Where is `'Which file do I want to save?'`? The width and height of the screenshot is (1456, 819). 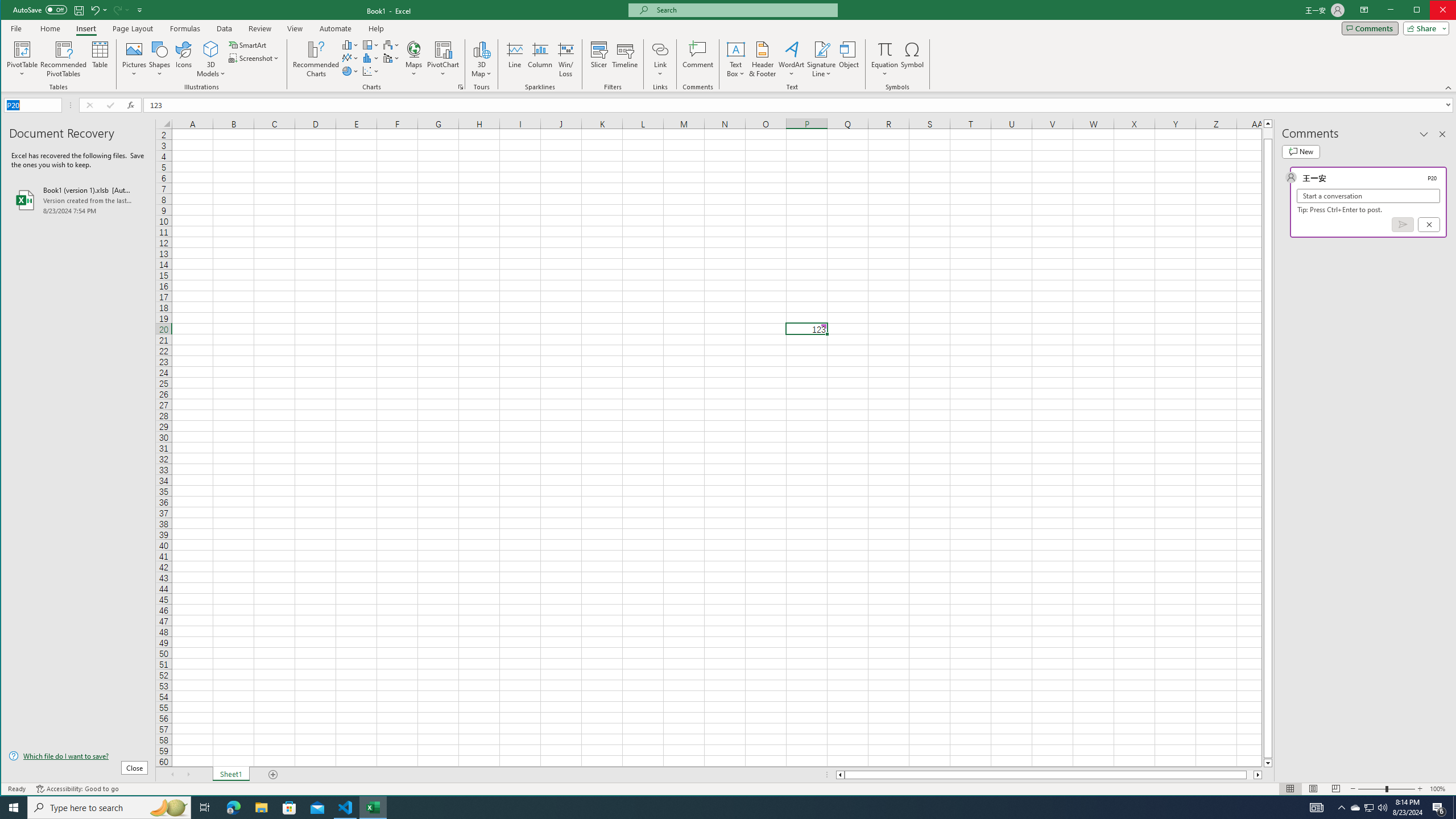 'Which file do I want to save?' is located at coordinates (78, 755).